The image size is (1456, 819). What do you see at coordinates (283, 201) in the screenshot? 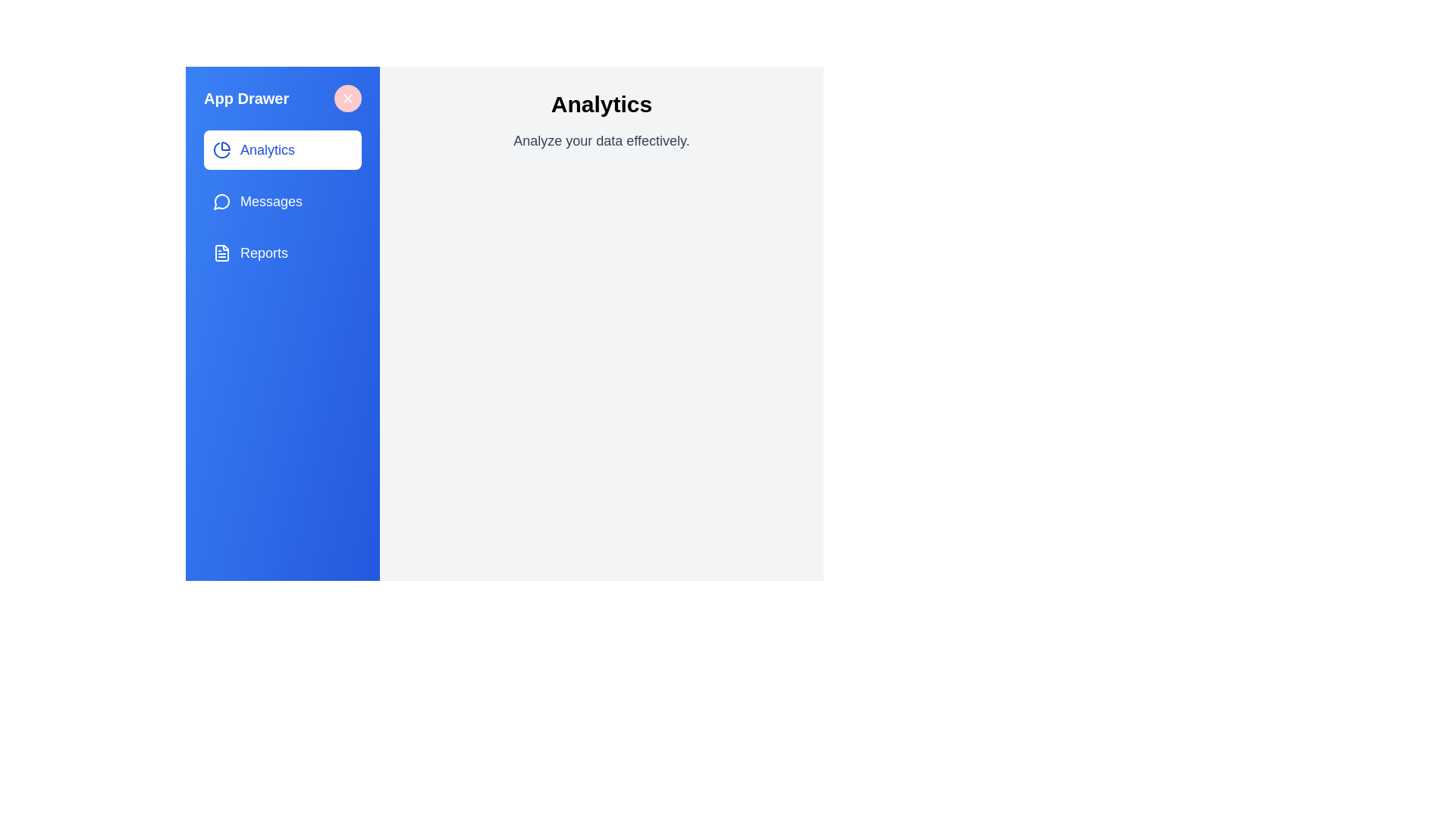
I see `the menu option Messages` at bounding box center [283, 201].